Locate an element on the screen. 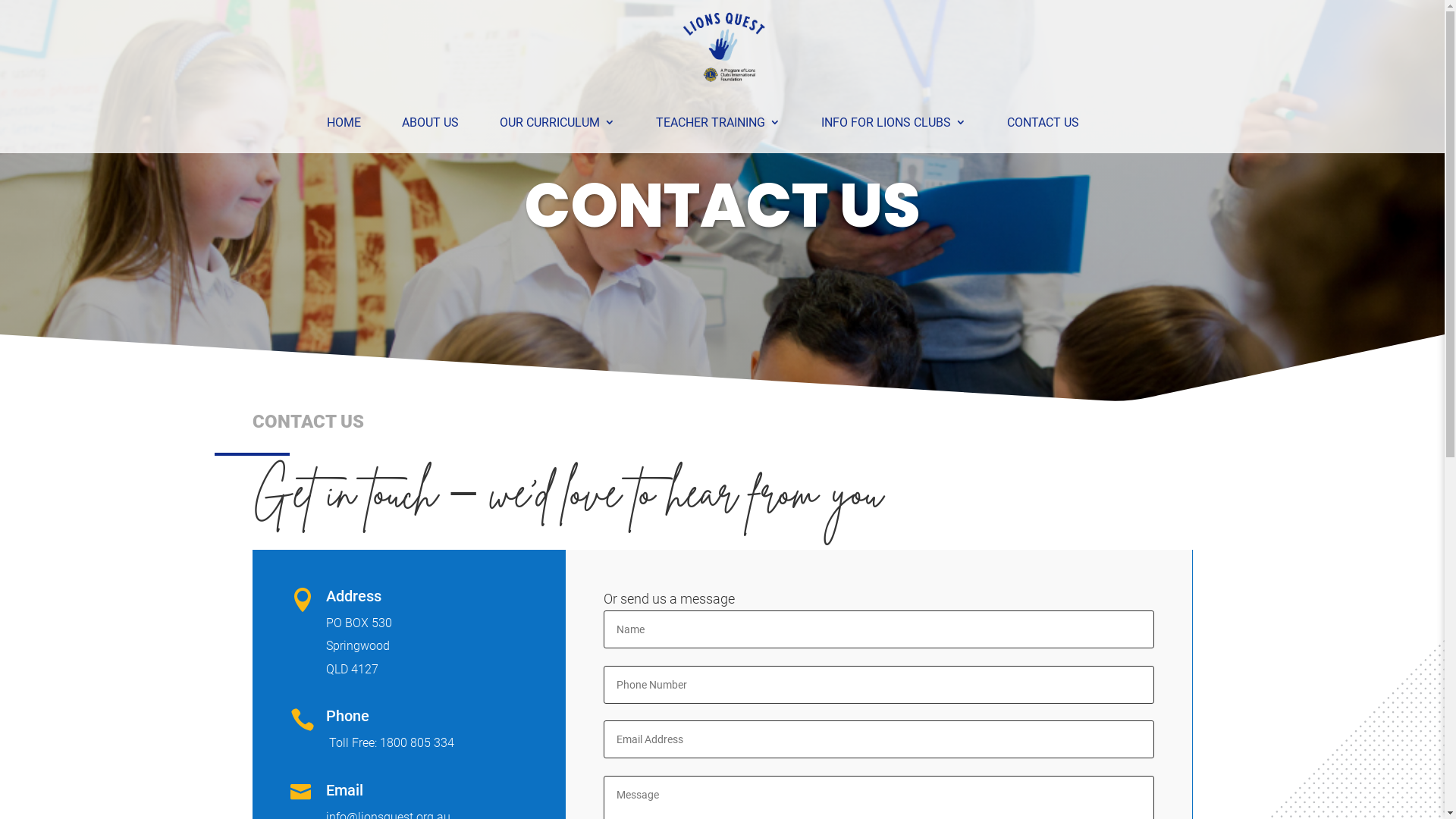  'CONTACT US' is located at coordinates (1042, 122).